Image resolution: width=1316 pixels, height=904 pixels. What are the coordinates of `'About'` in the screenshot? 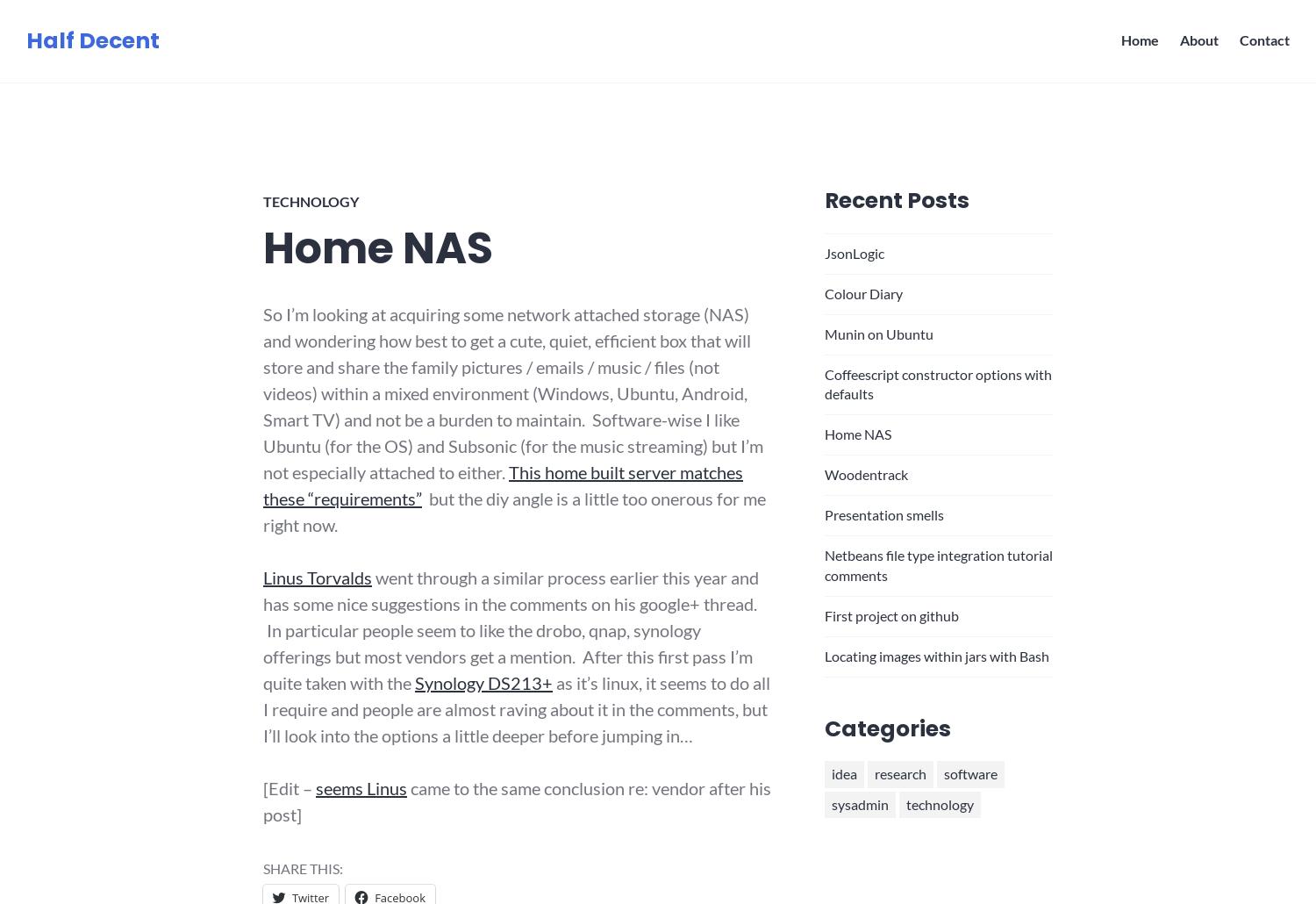 It's located at (1198, 39).